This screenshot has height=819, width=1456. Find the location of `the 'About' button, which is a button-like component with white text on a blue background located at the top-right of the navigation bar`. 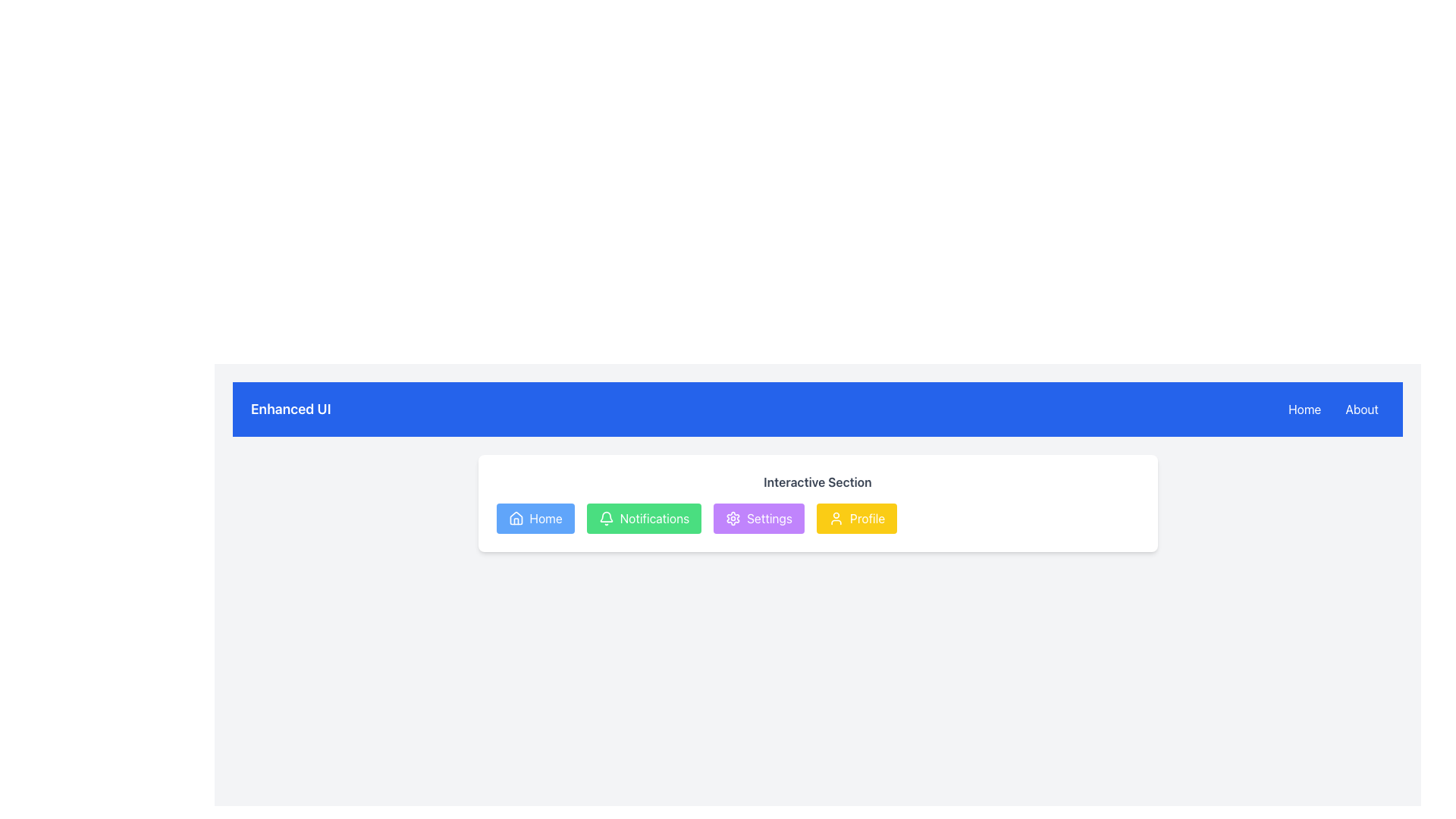

the 'About' button, which is a button-like component with white text on a blue background located at the top-right of the navigation bar is located at coordinates (1362, 409).